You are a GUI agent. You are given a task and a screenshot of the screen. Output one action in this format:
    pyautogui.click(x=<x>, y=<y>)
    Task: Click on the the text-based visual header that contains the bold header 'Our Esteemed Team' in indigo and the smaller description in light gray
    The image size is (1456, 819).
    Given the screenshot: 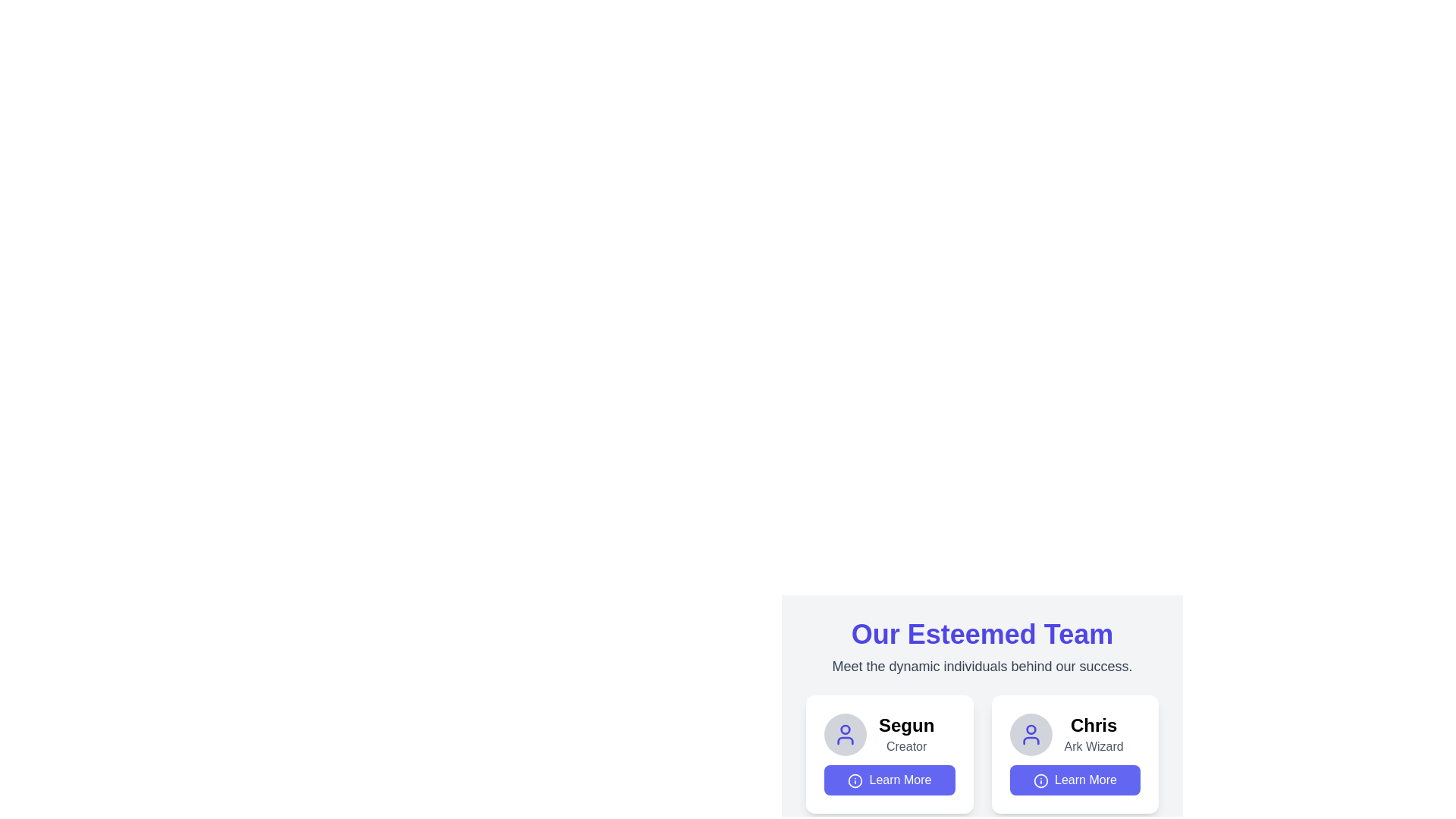 What is the action you would take?
    pyautogui.click(x=982, y=648)
    